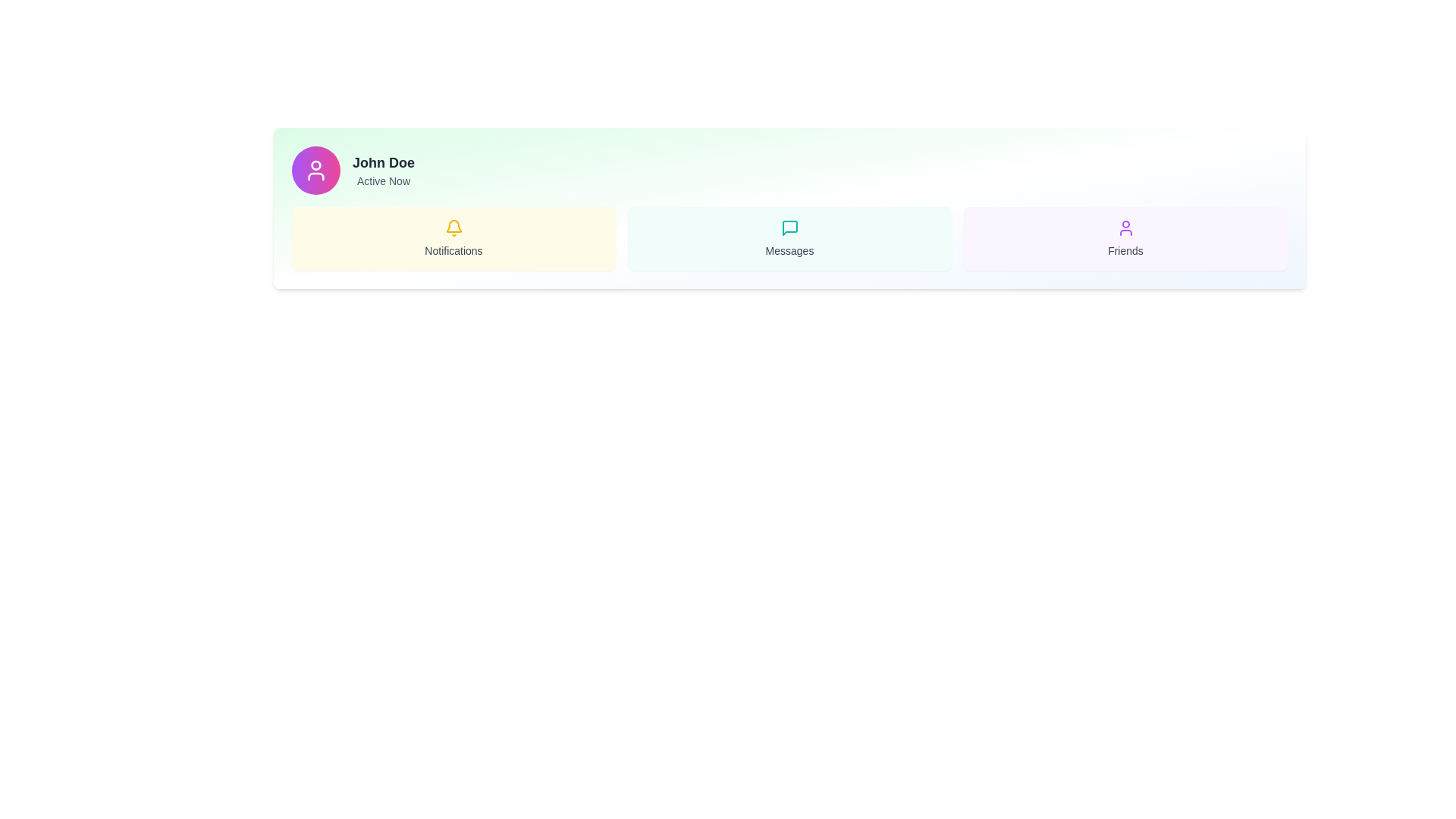 Image resolution: width=1456 pixels, height=819 pixels. I want to click on the Profile Picture, which is a circular icon with a gradient background transitioning from purple to pink, containing a white line art of a user silhouette in its center, located on the far left of the interface, so click(315, 170).